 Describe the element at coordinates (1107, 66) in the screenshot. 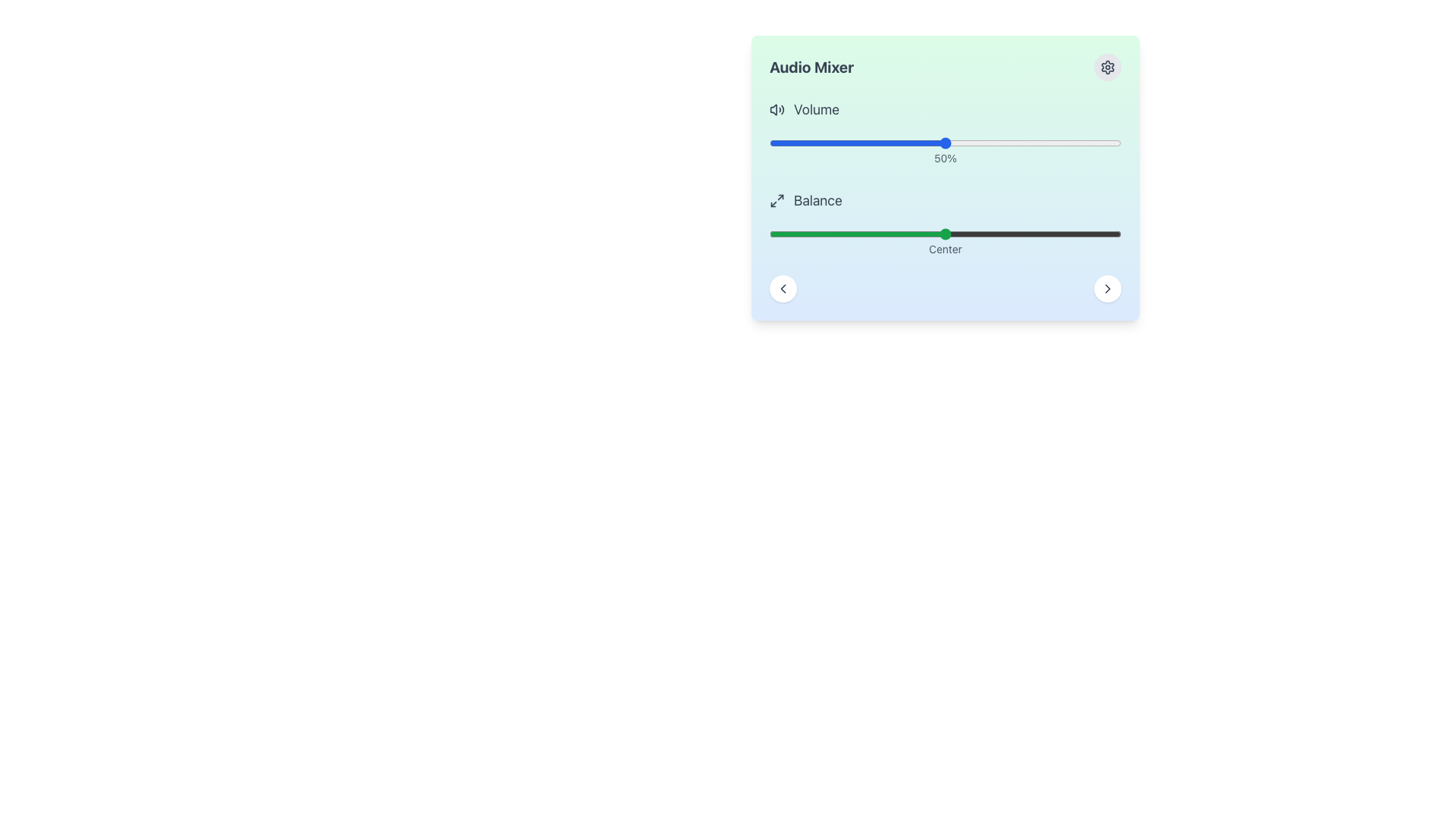

I see `the settings button located` at that location.